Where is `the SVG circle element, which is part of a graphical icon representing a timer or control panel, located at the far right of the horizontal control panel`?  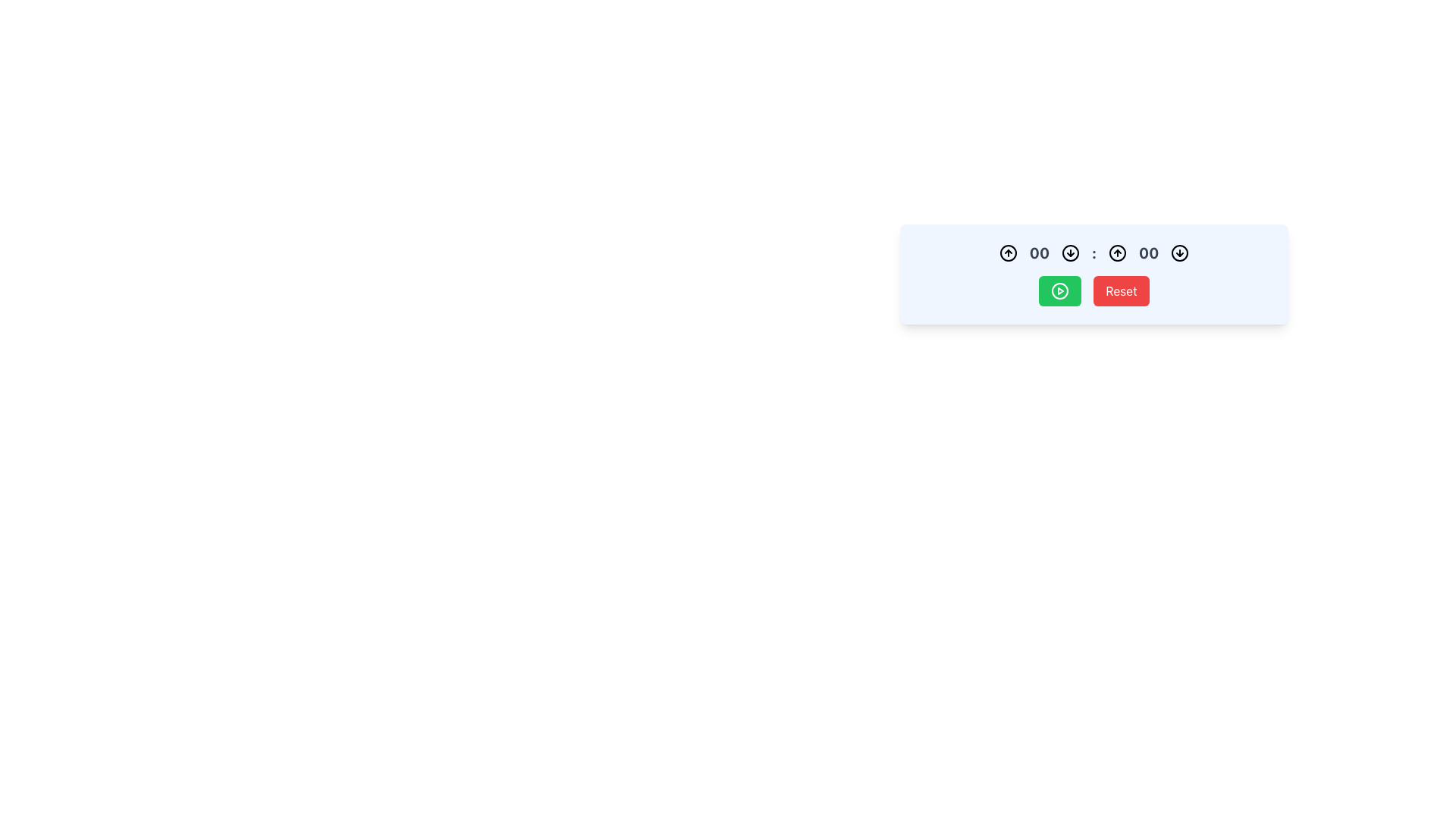
the SVG circle element, which is part of a graphical icon representing a timer or control panel, located at the far right of the horizontal control panel is located at coordinates (1179, 253).